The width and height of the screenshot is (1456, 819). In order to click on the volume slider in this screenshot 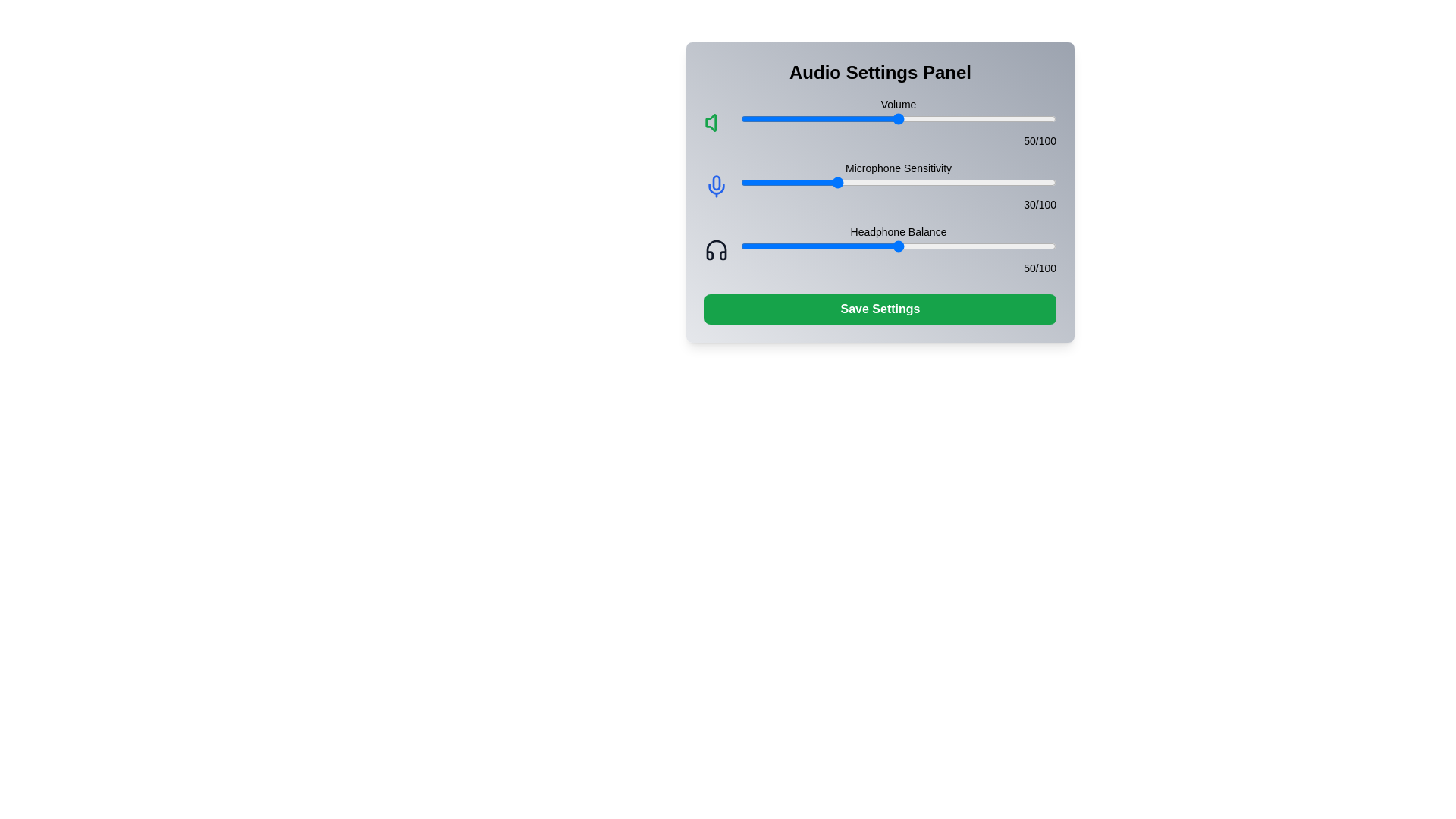, I will do `click(1012, 118)`.